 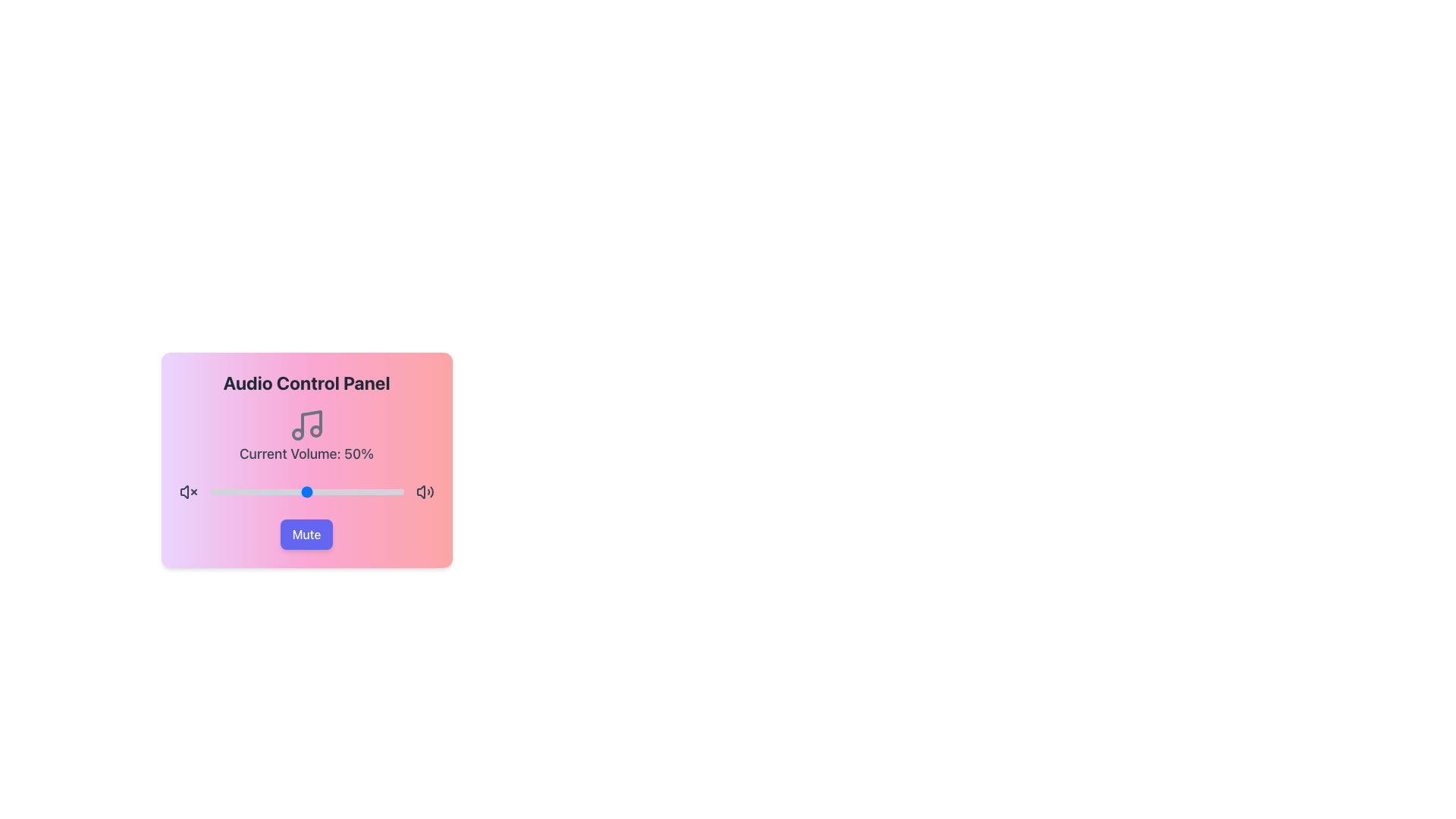 I want to click on the volume, so click(x=333, y=491).